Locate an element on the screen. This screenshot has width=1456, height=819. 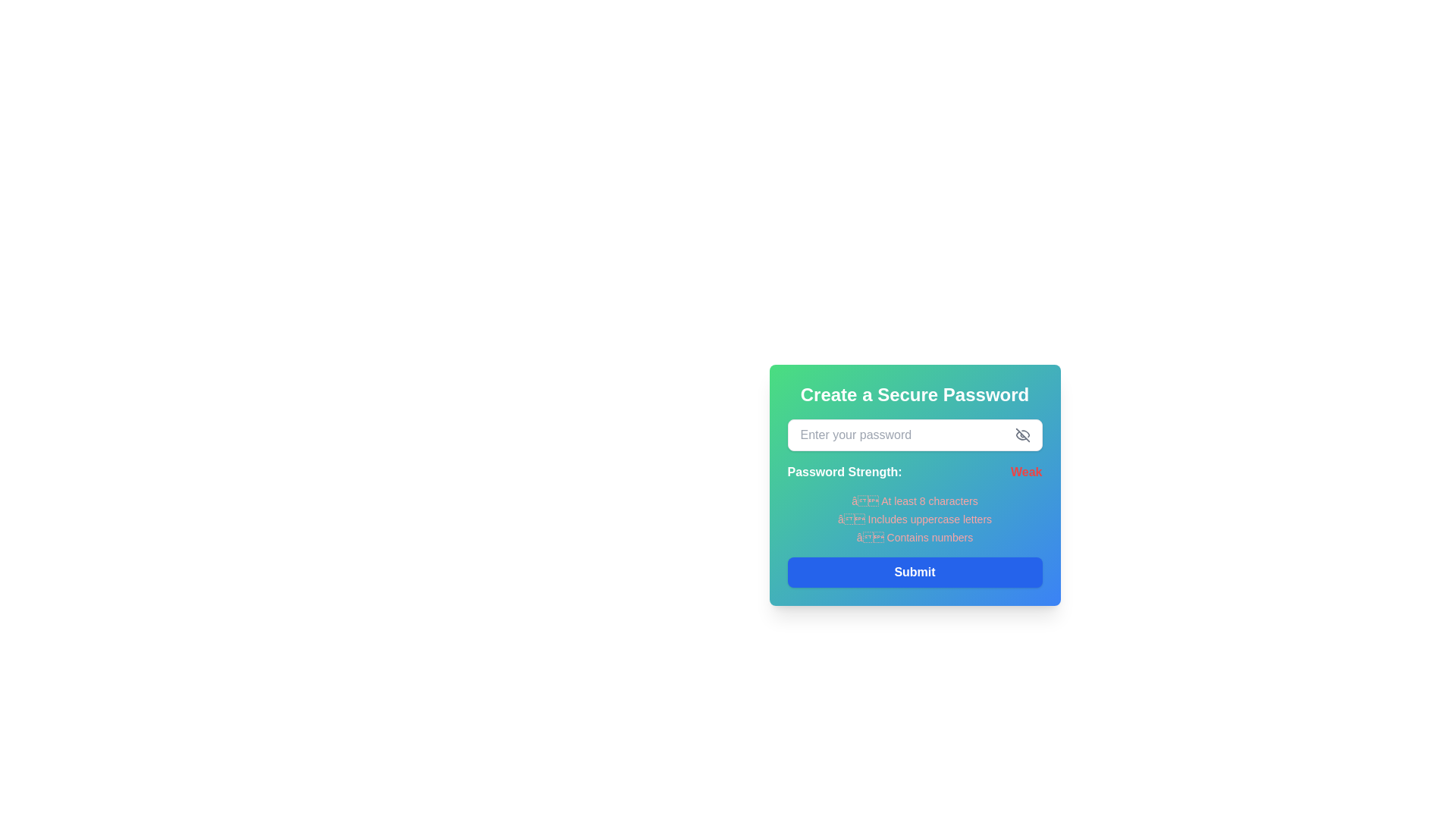
the text label that reads 'Contains numbers', styled with a red hue, located in the password strength validation section, positioned below 'Includes uppercase letters' is located at coordinates (914, 537).